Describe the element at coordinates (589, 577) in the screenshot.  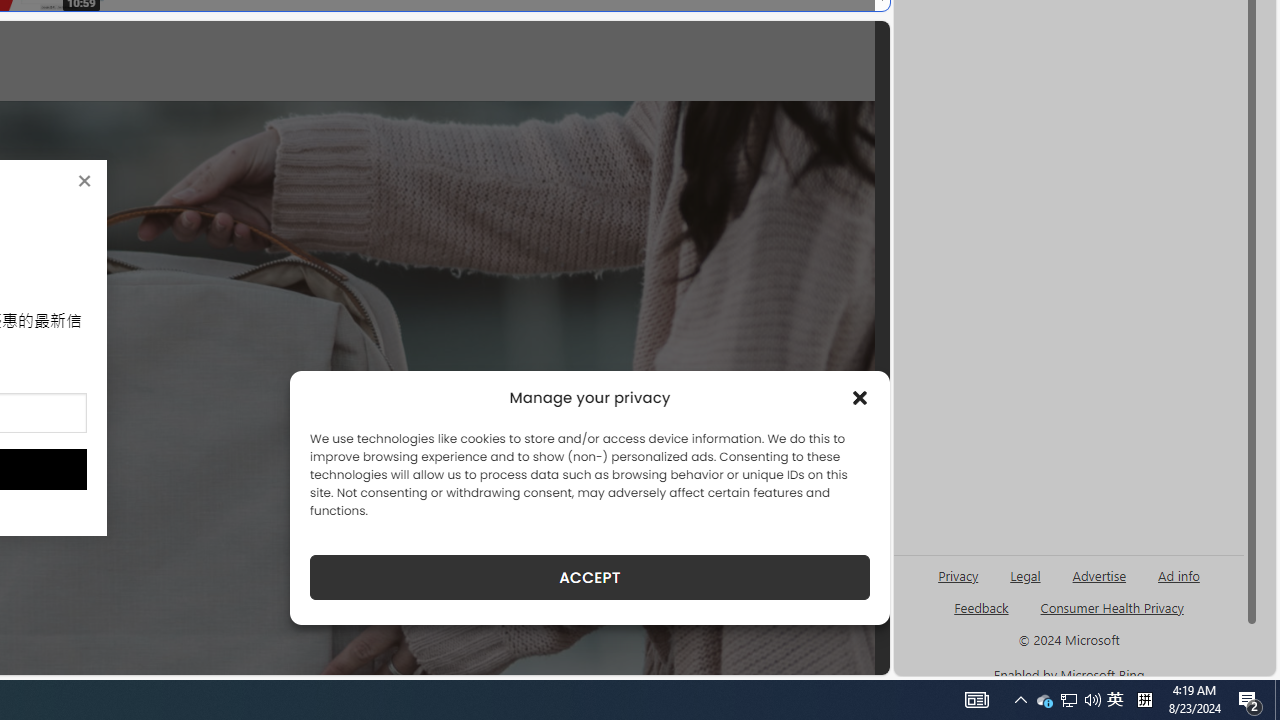
I see `'ACCEPT'` at that location.